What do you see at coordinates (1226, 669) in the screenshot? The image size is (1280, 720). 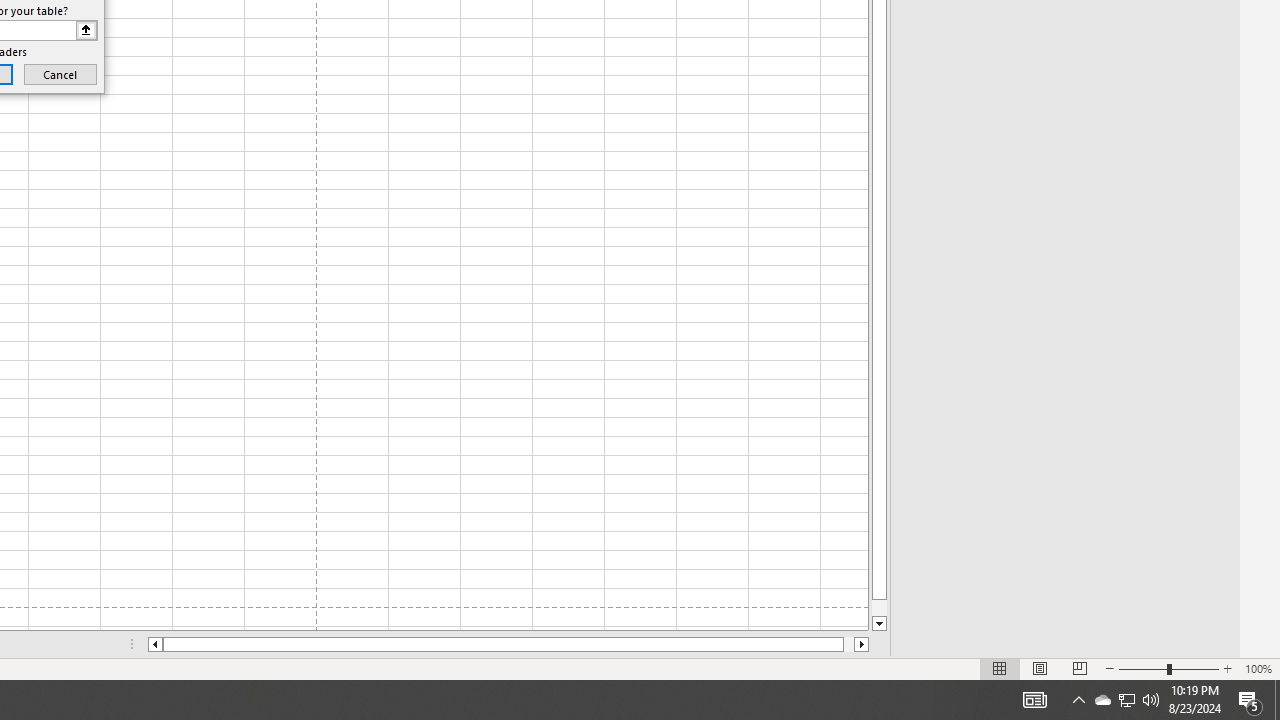 I see `'Zoom In'` at bounding box center [1226, 669].